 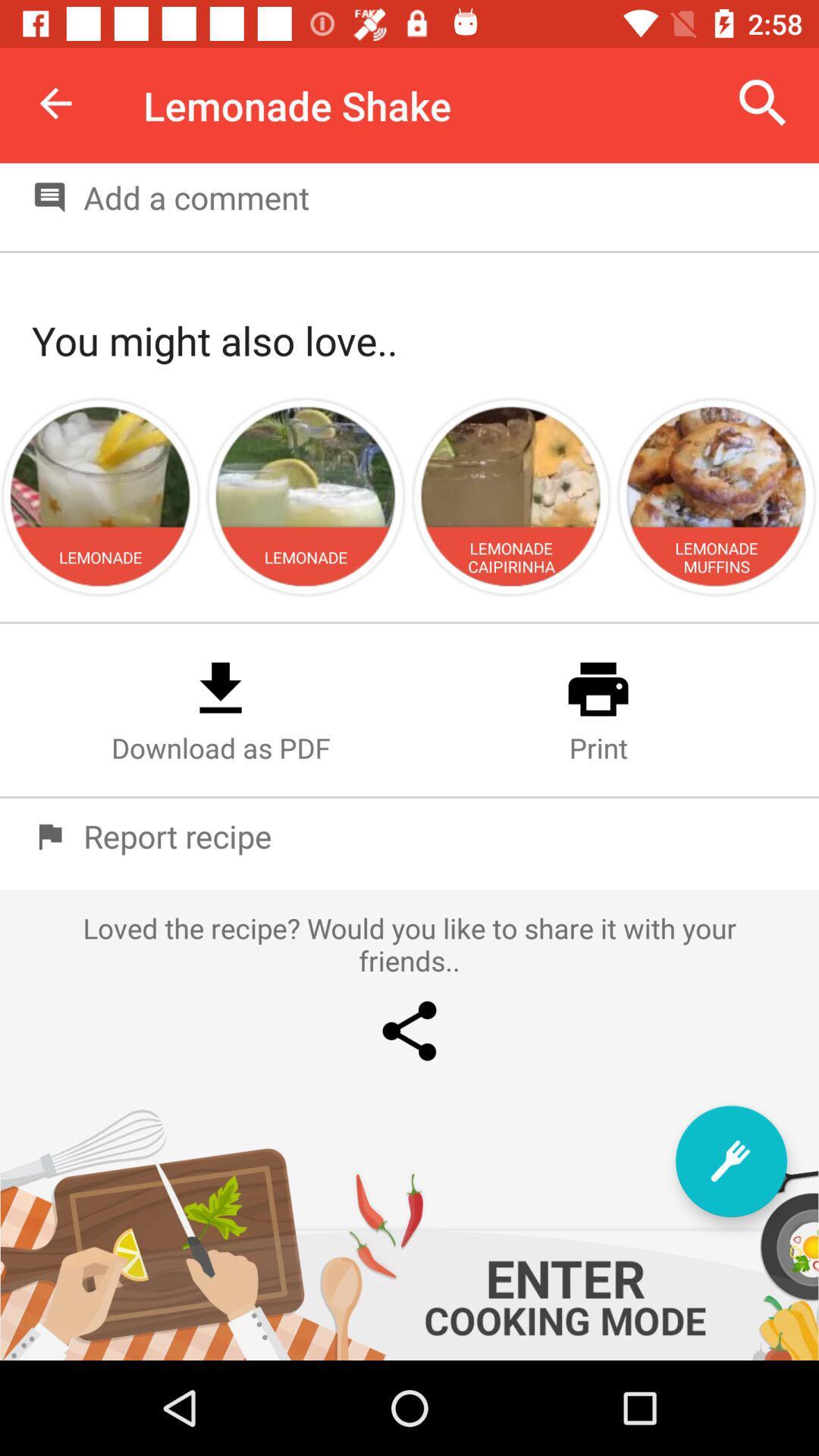 What do you see at coordinates (55, 102) in the screenshot?
I see `the item next to lemonade shake` at bounding box center [55, 102].